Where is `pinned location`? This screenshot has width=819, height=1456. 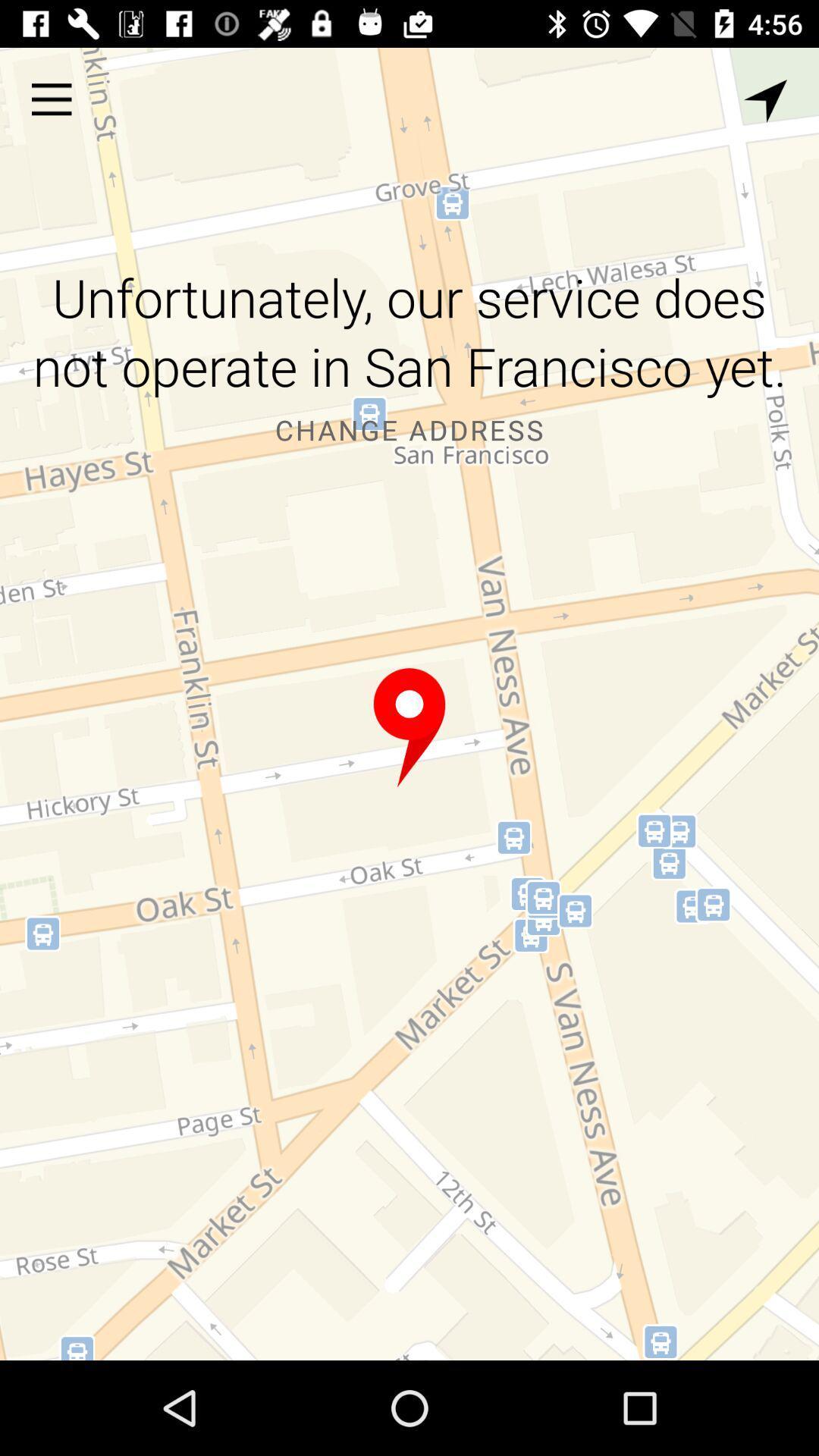
pinned location is located at coordinates (409, 728).